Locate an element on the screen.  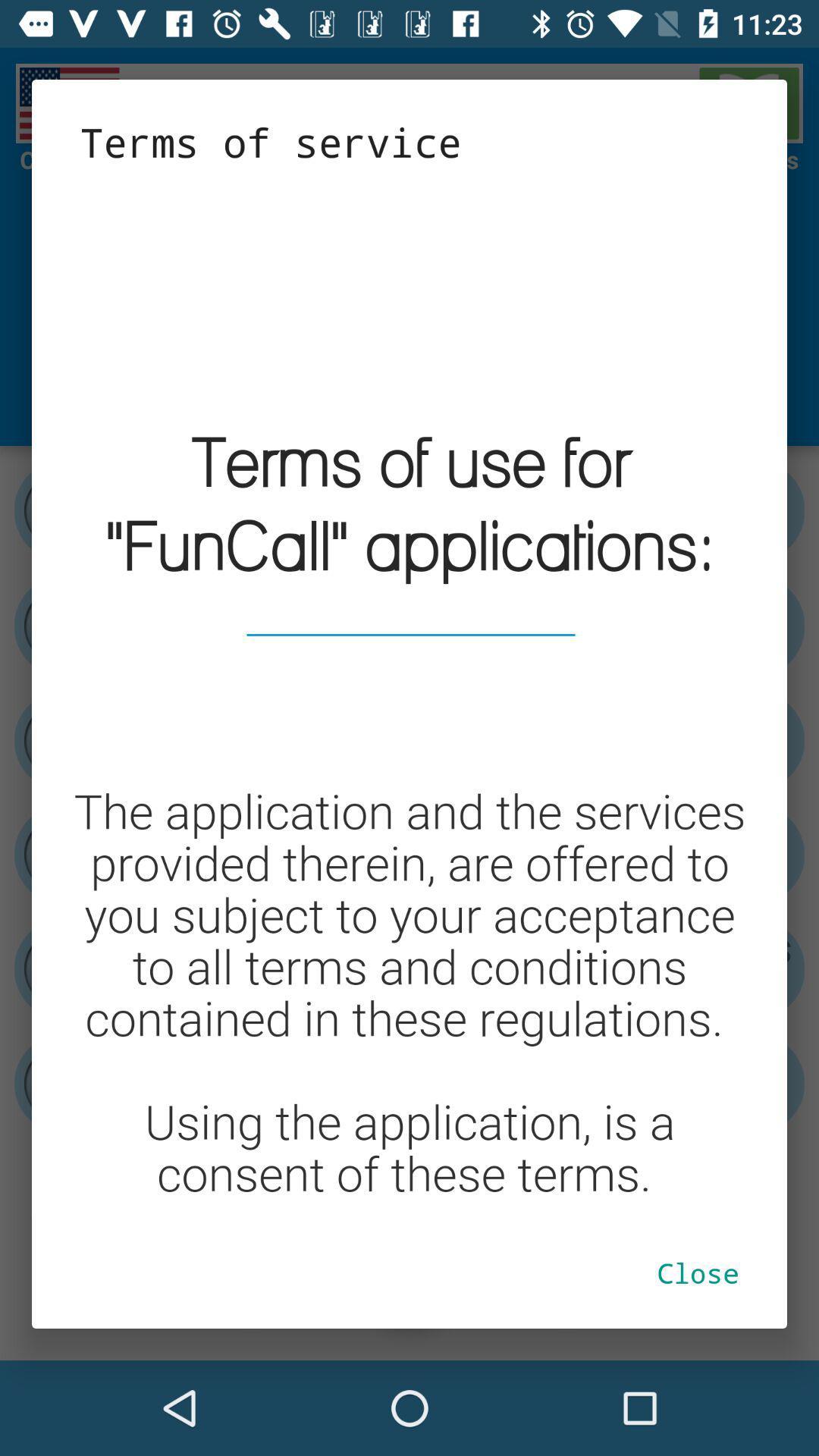
the item below terms of service icon is located at coordinates (409, 692).